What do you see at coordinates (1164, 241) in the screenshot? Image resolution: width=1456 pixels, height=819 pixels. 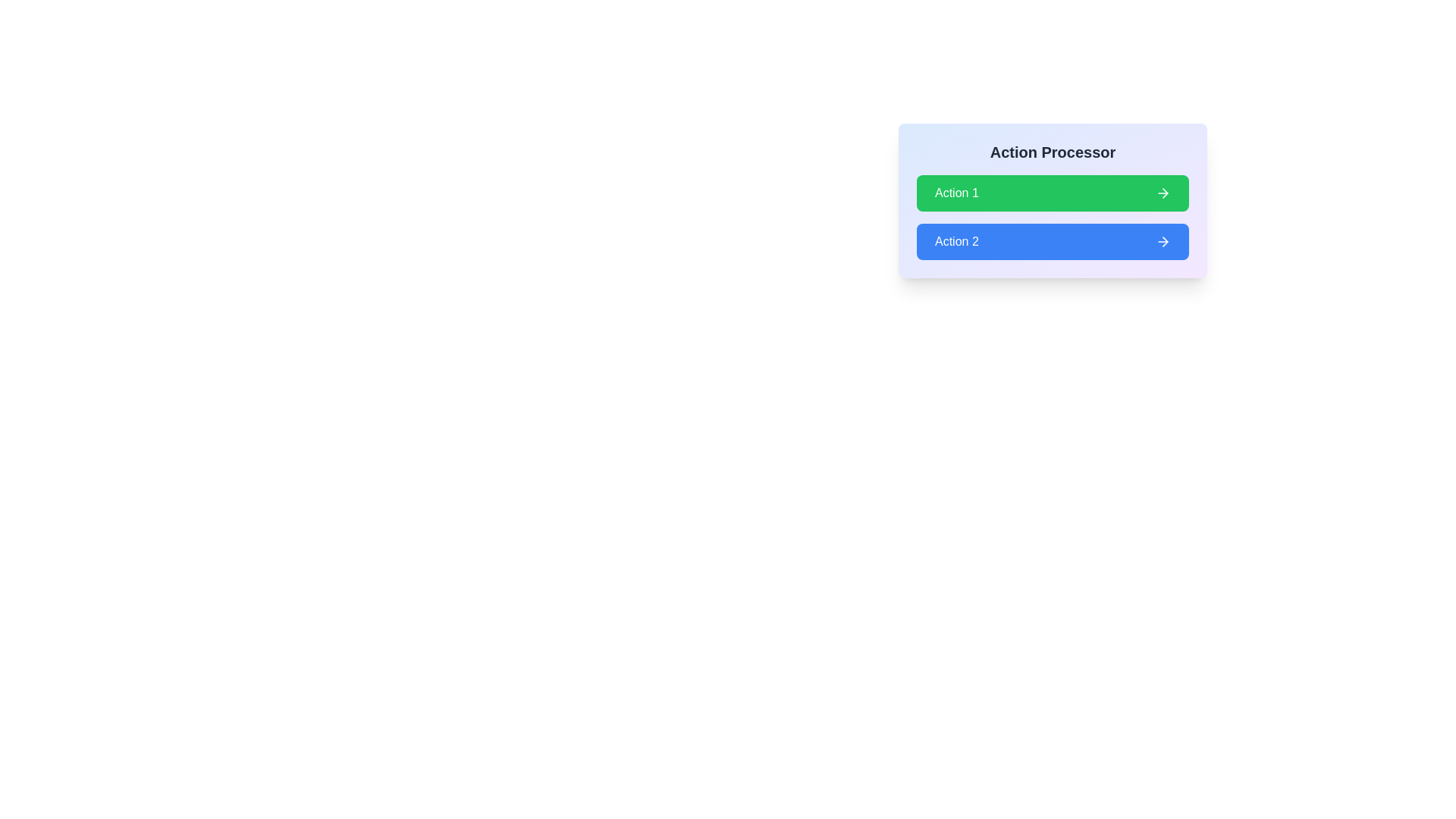 I see `the decorative icon located inside the 'Action 2' button, which signifies a forward action, near the rightmost edge of the button` at bounding box center [1164, 241].